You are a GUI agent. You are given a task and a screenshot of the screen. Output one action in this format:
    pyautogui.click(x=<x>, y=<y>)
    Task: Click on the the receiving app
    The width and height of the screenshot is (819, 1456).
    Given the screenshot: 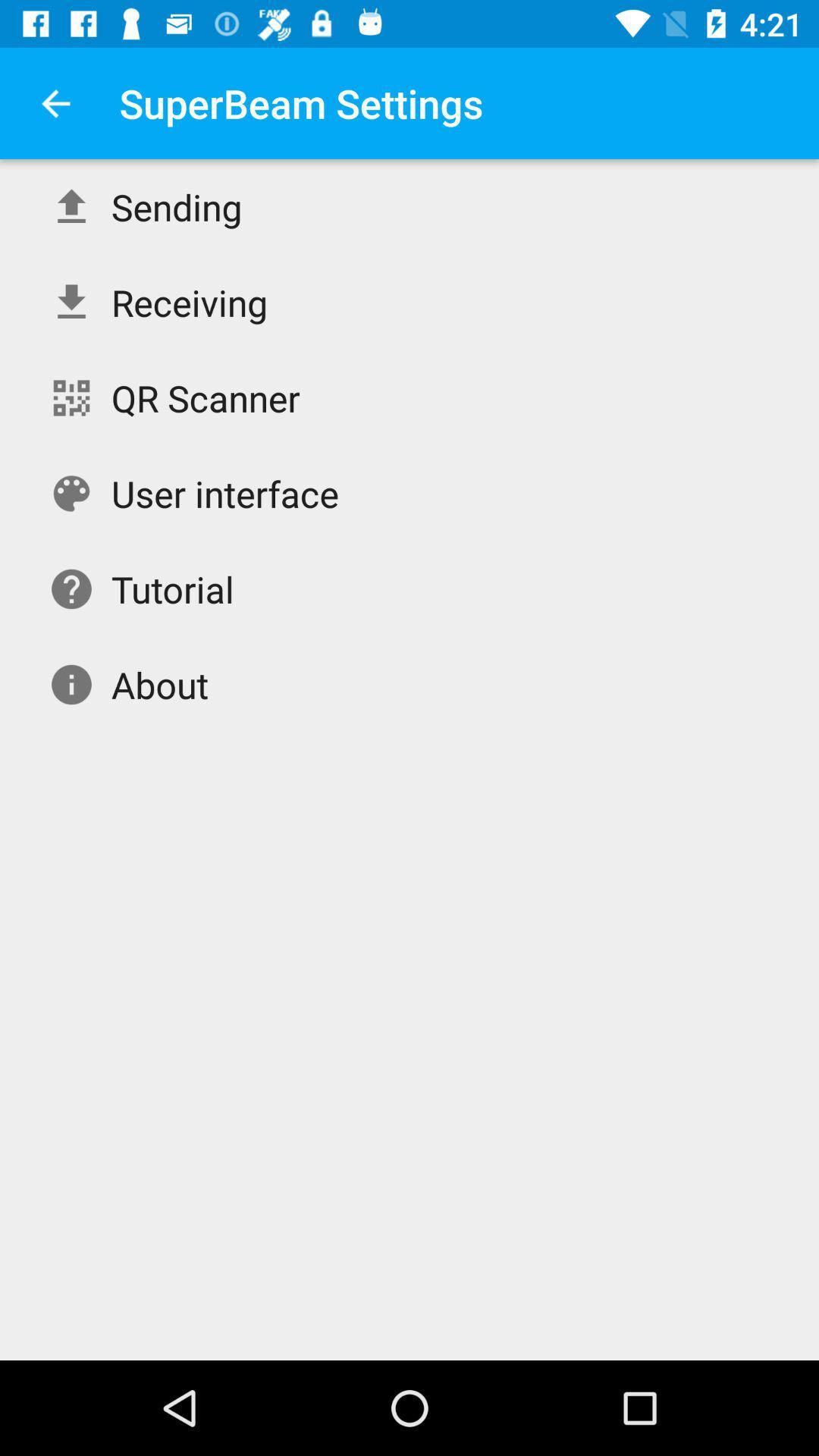 What is the action you would take?
    pyautogui.click(x=189, y=302)
    